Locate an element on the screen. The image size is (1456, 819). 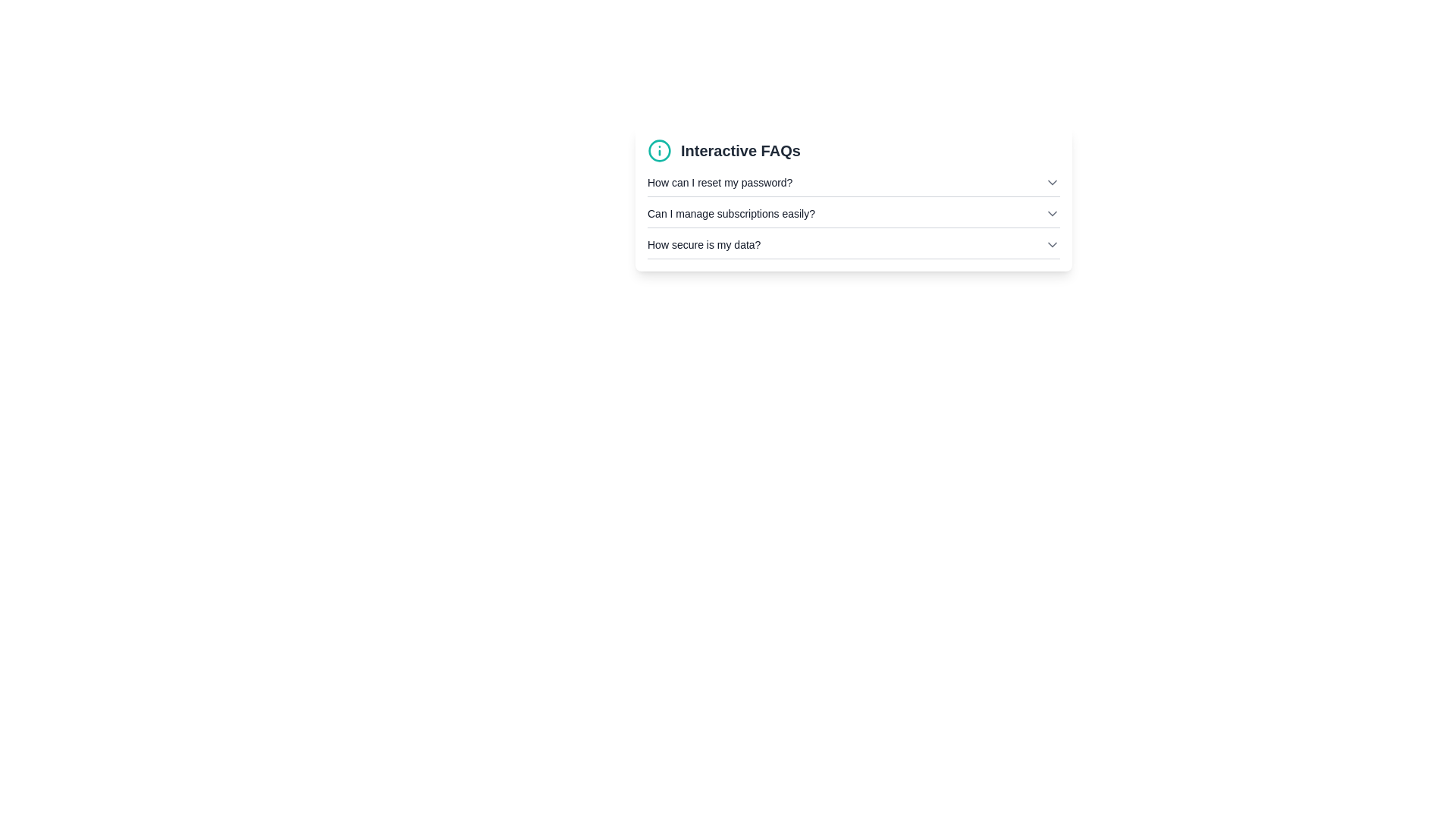
static text label representing a frequently asked question located at the top of the FAQ list section, positioned to the left of a downward-facing chevron icon is located at coordinates (719, 181).